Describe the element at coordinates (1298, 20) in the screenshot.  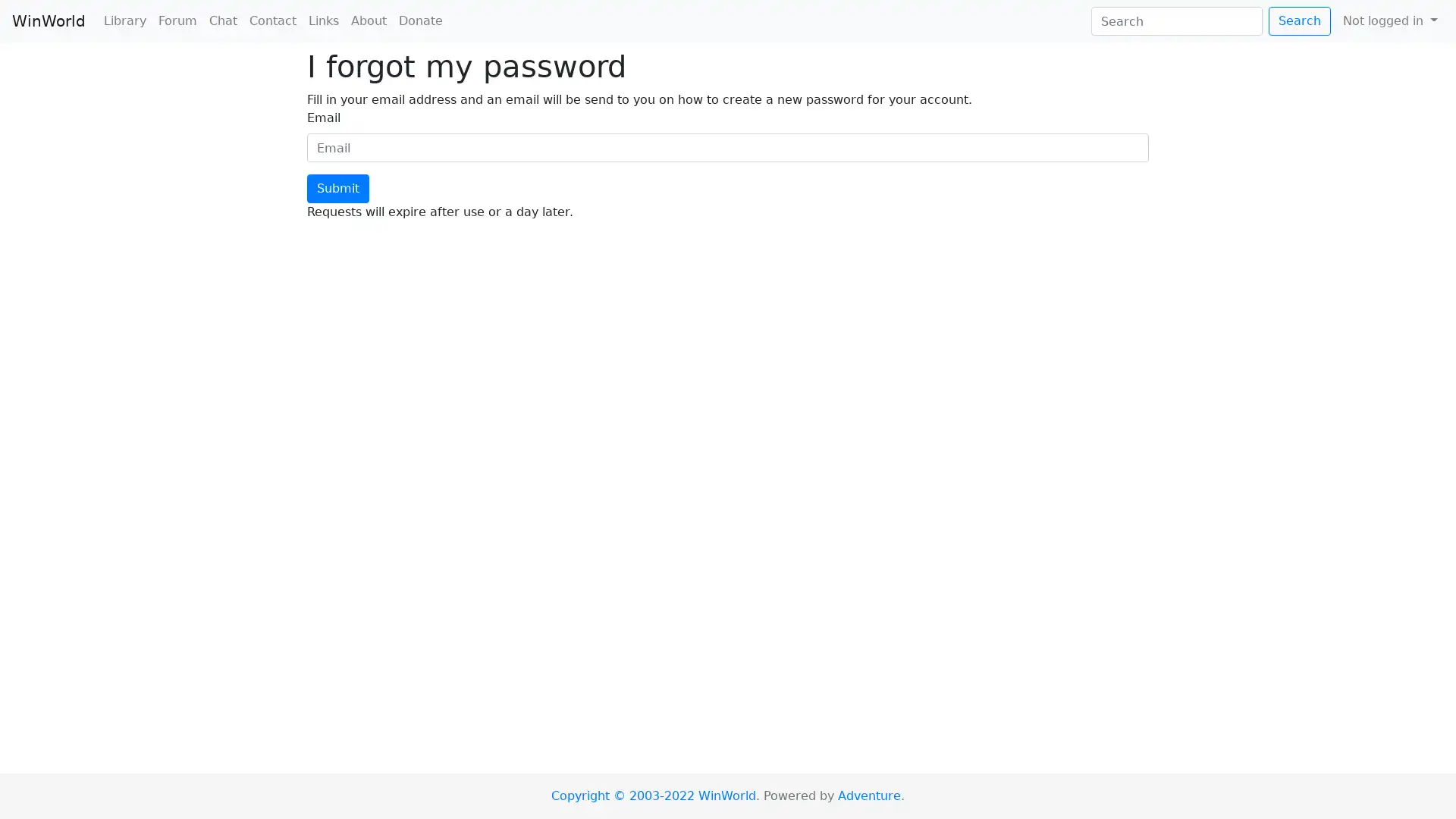
I see `Search` at that location.